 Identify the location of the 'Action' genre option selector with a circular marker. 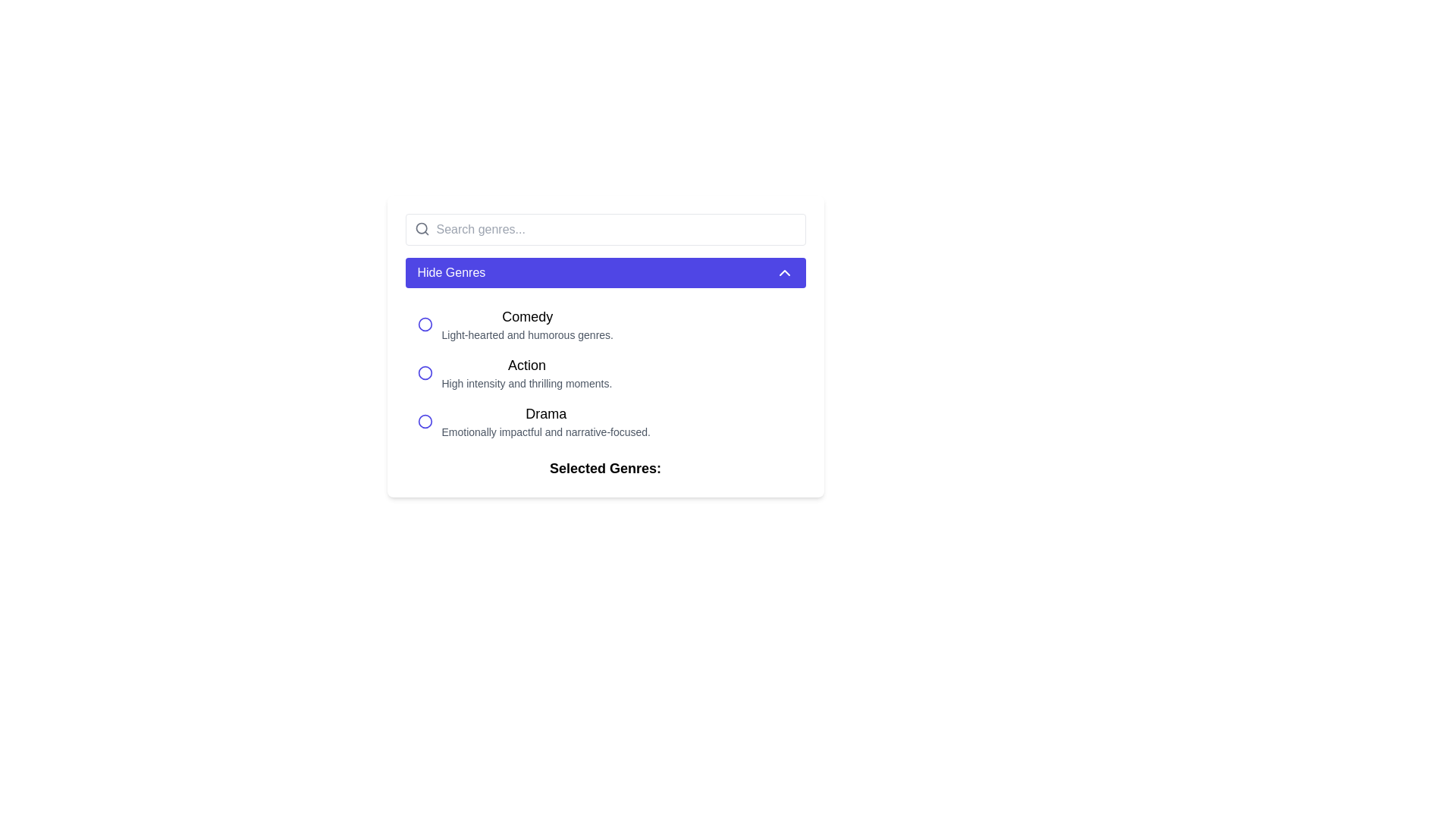
(604, 373).